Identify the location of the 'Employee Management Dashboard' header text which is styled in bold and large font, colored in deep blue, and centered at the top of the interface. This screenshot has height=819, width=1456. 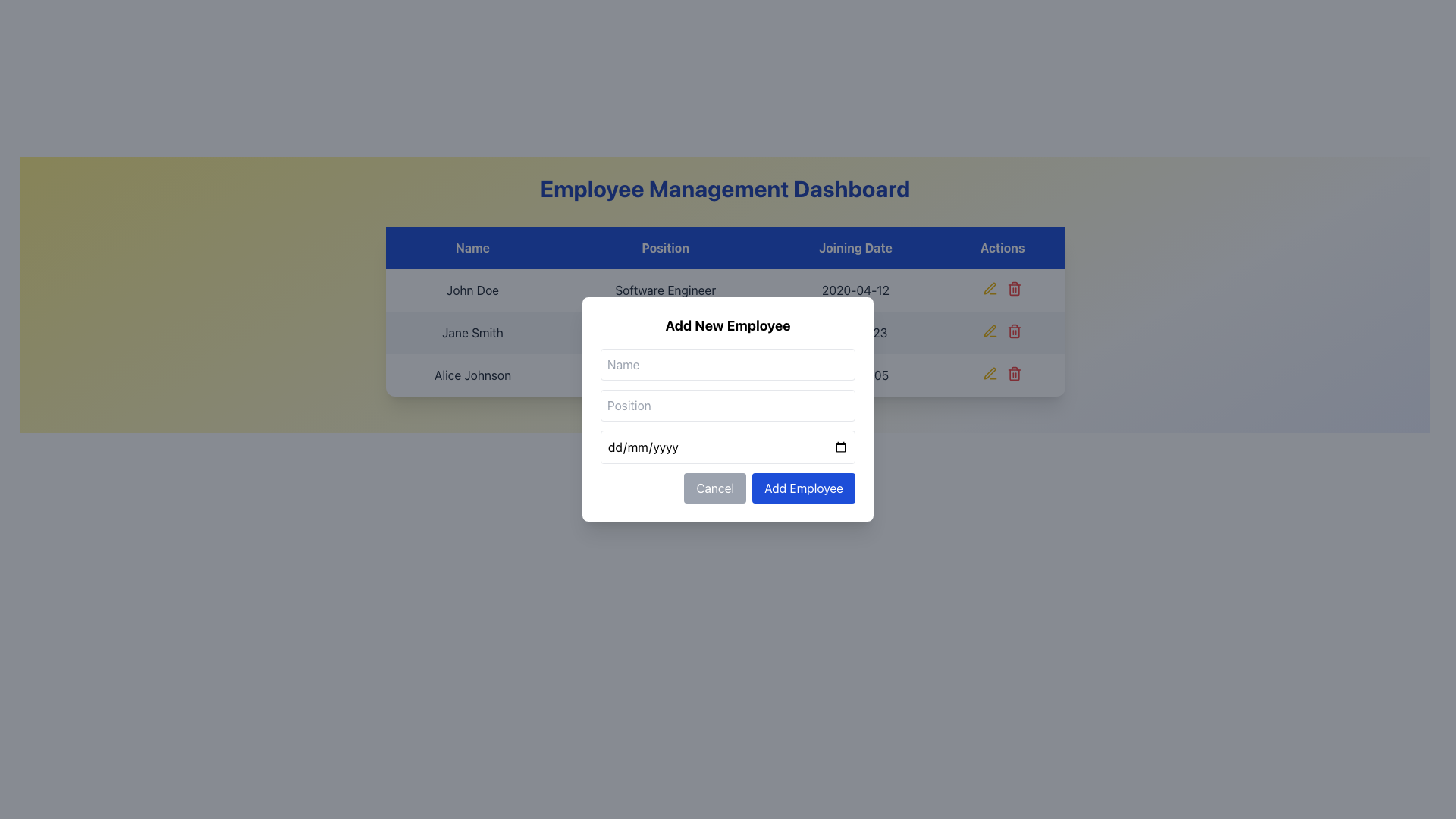
(724, 188).